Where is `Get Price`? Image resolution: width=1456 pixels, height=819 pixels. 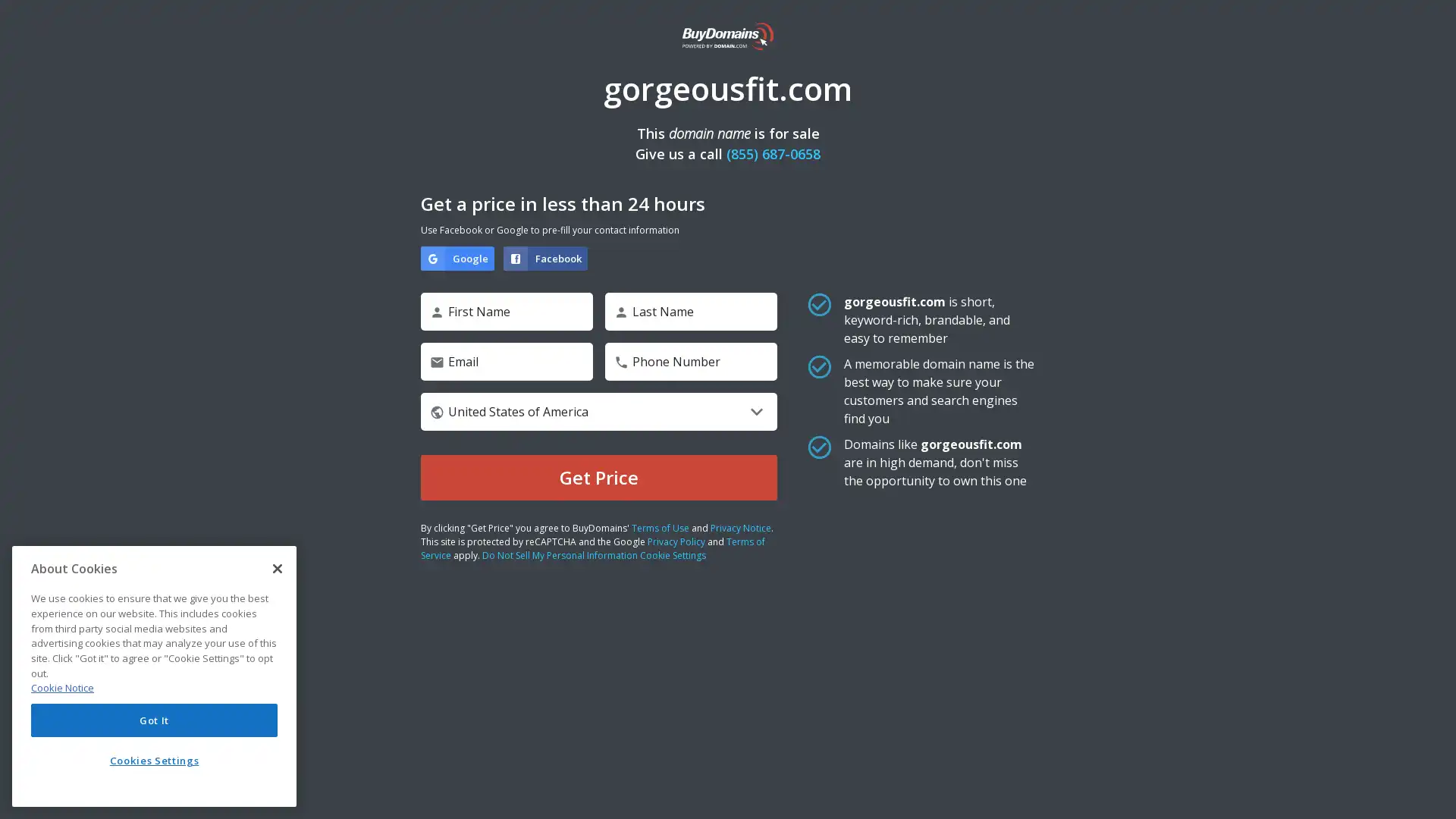
Get Price is located at coordinates (598, 476).